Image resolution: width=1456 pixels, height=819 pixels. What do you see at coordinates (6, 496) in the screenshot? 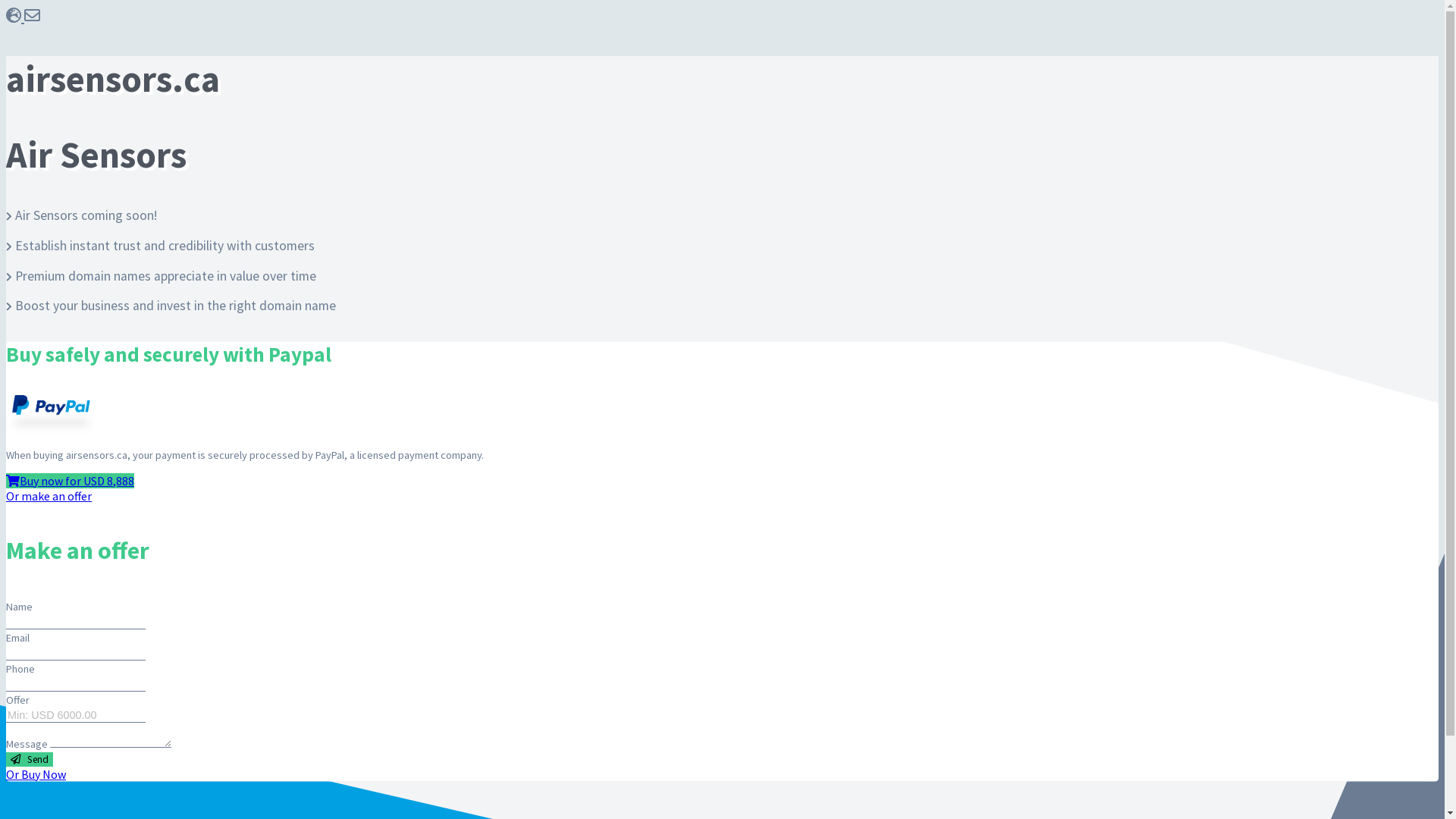
I see `'Or make an offer'` at bounding box center [6, 496].